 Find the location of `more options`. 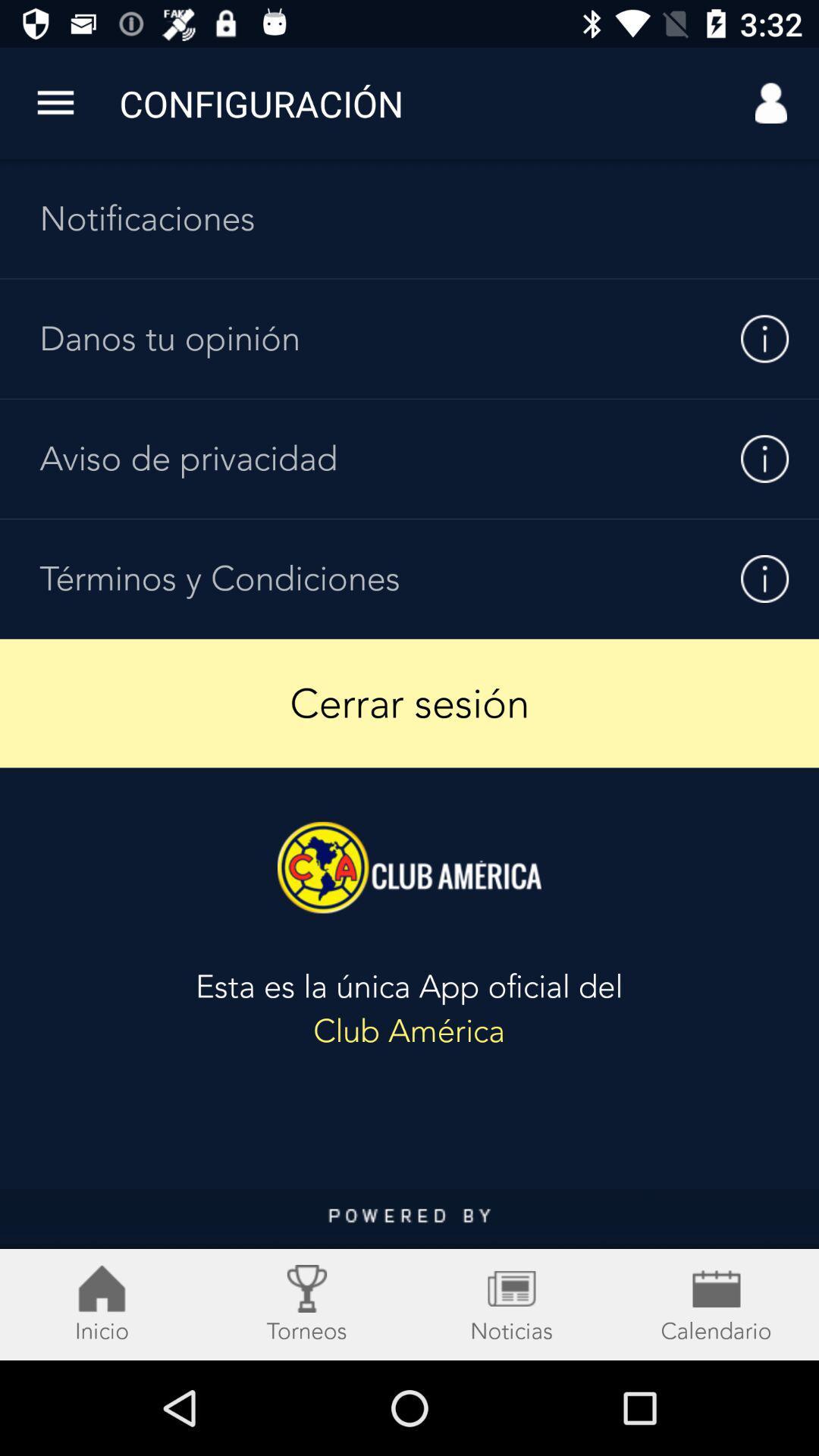

more options is located at coordinates (55, 102).